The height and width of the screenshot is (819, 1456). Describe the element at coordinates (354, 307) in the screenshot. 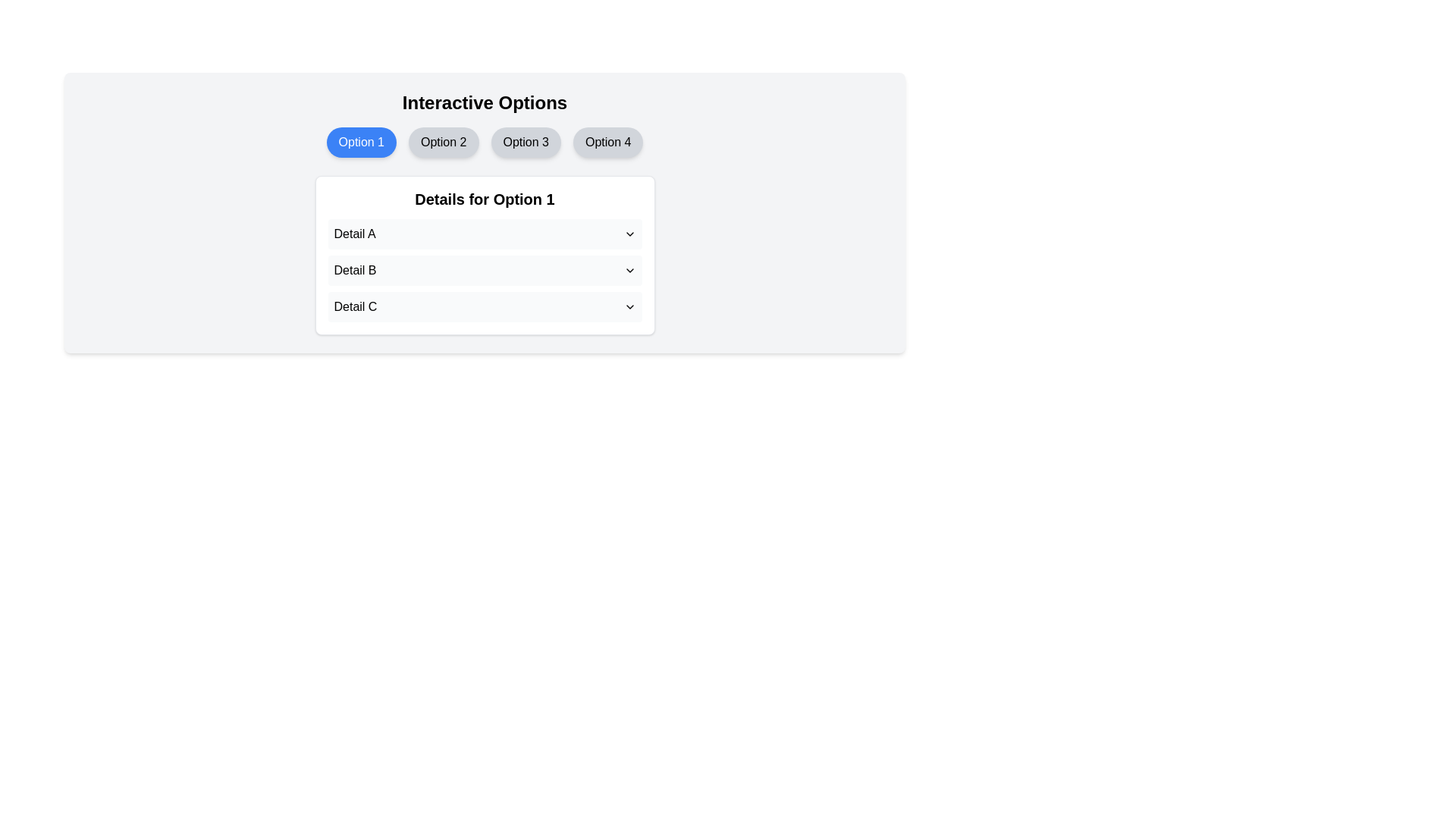

I see `the dropdown associated with the label 'Detail C'` at that location.